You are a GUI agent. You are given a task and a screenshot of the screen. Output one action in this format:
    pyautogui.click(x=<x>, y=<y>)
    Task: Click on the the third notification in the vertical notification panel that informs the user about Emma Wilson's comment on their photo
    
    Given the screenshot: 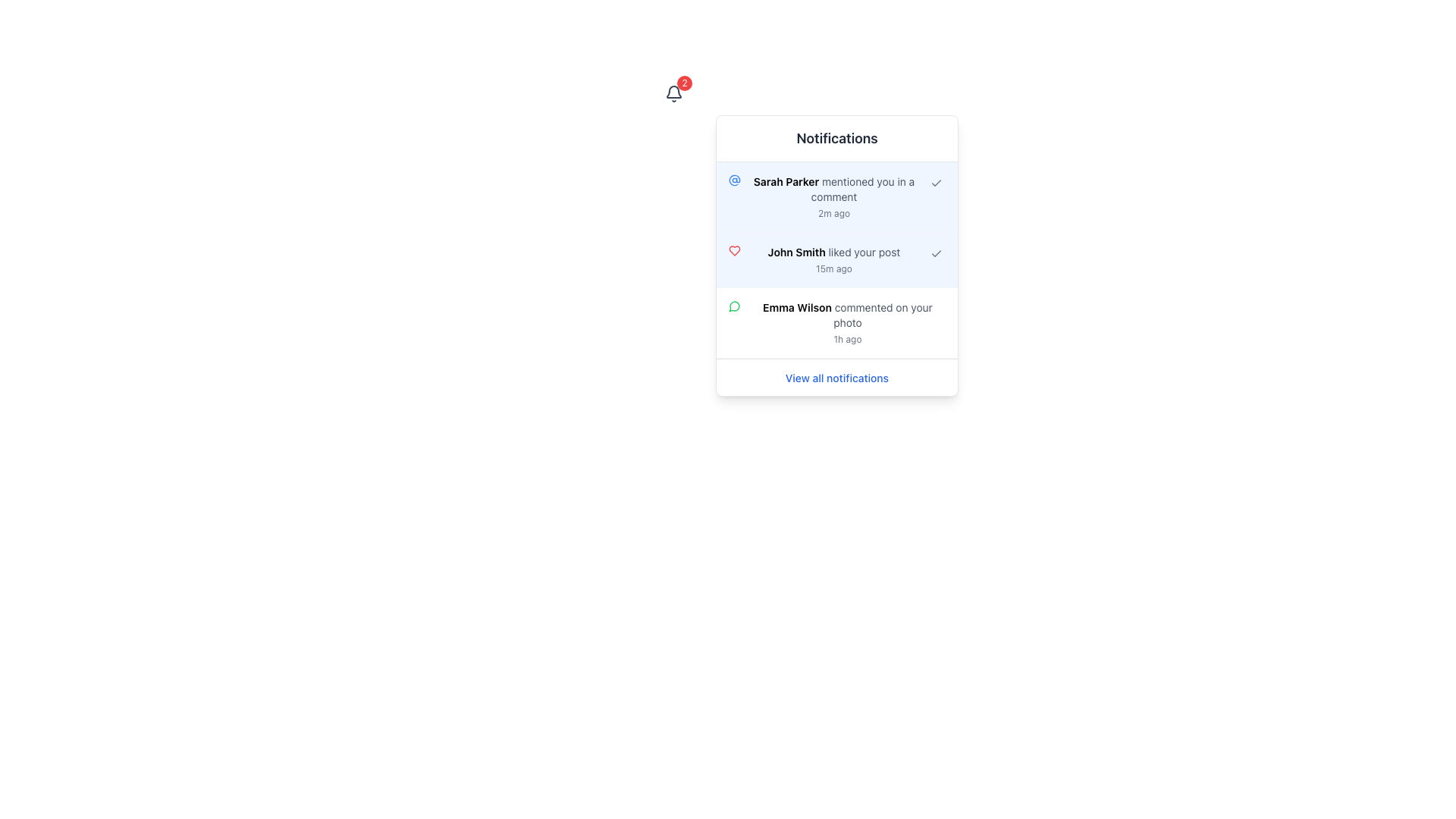 What is the action you would take?
    pyautogui.click(x=836, y=322)
    